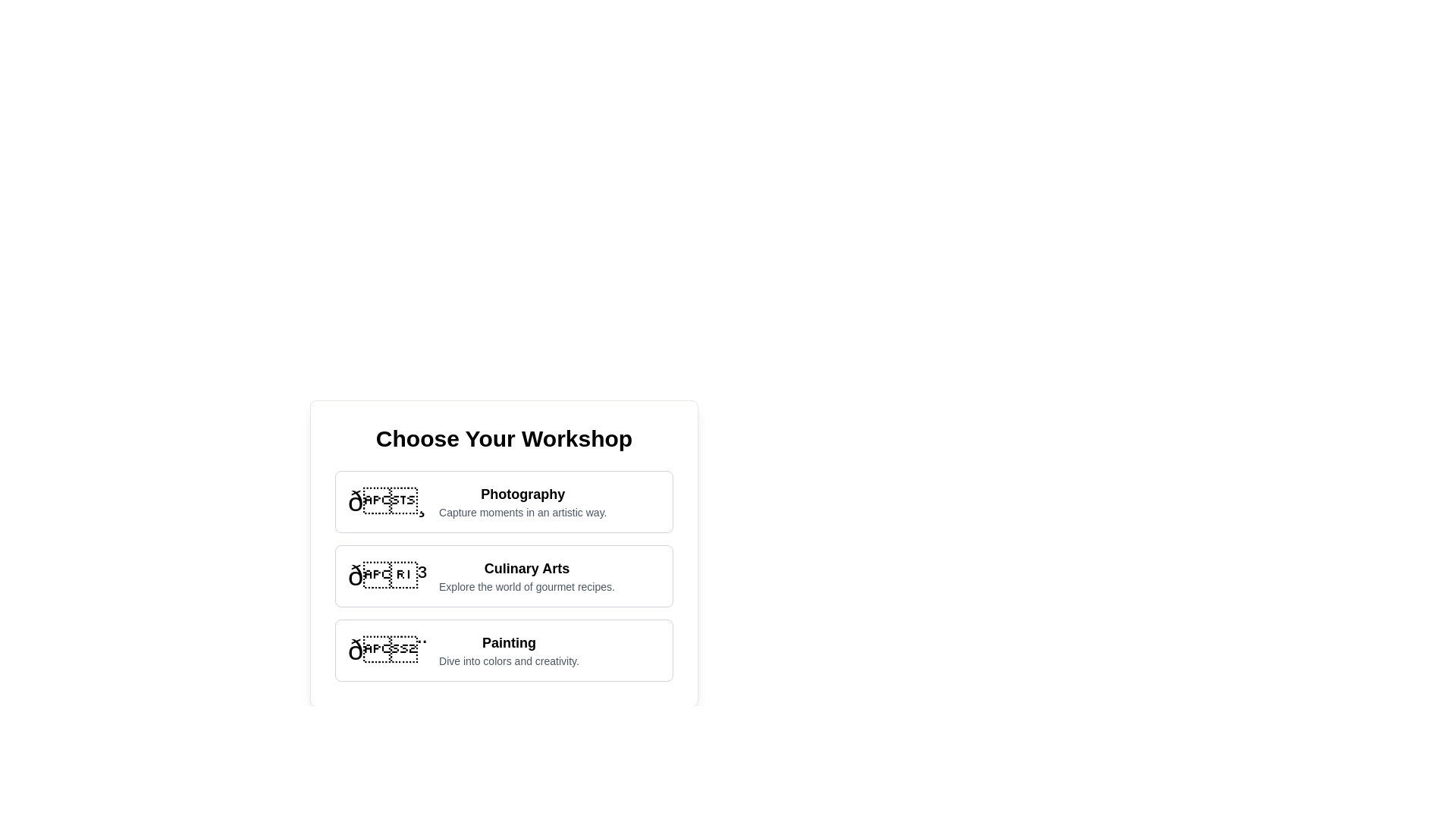 The height and width of the screenshot is (819, 1456). I want to click on the informational text block describing the 'Painting' workshop, which is the third item in a vertical list of workshops, so click(509, 649).